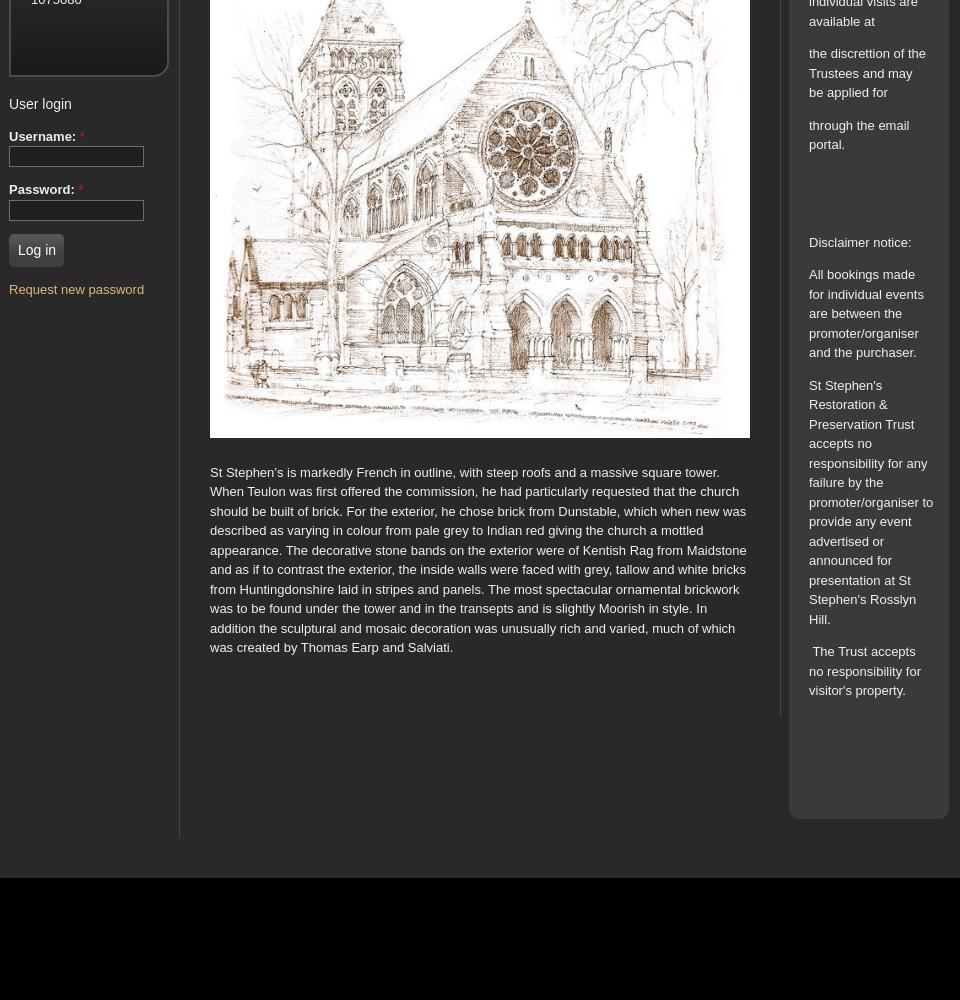  I want to click on 'through the email portal.', so click(808, 134).